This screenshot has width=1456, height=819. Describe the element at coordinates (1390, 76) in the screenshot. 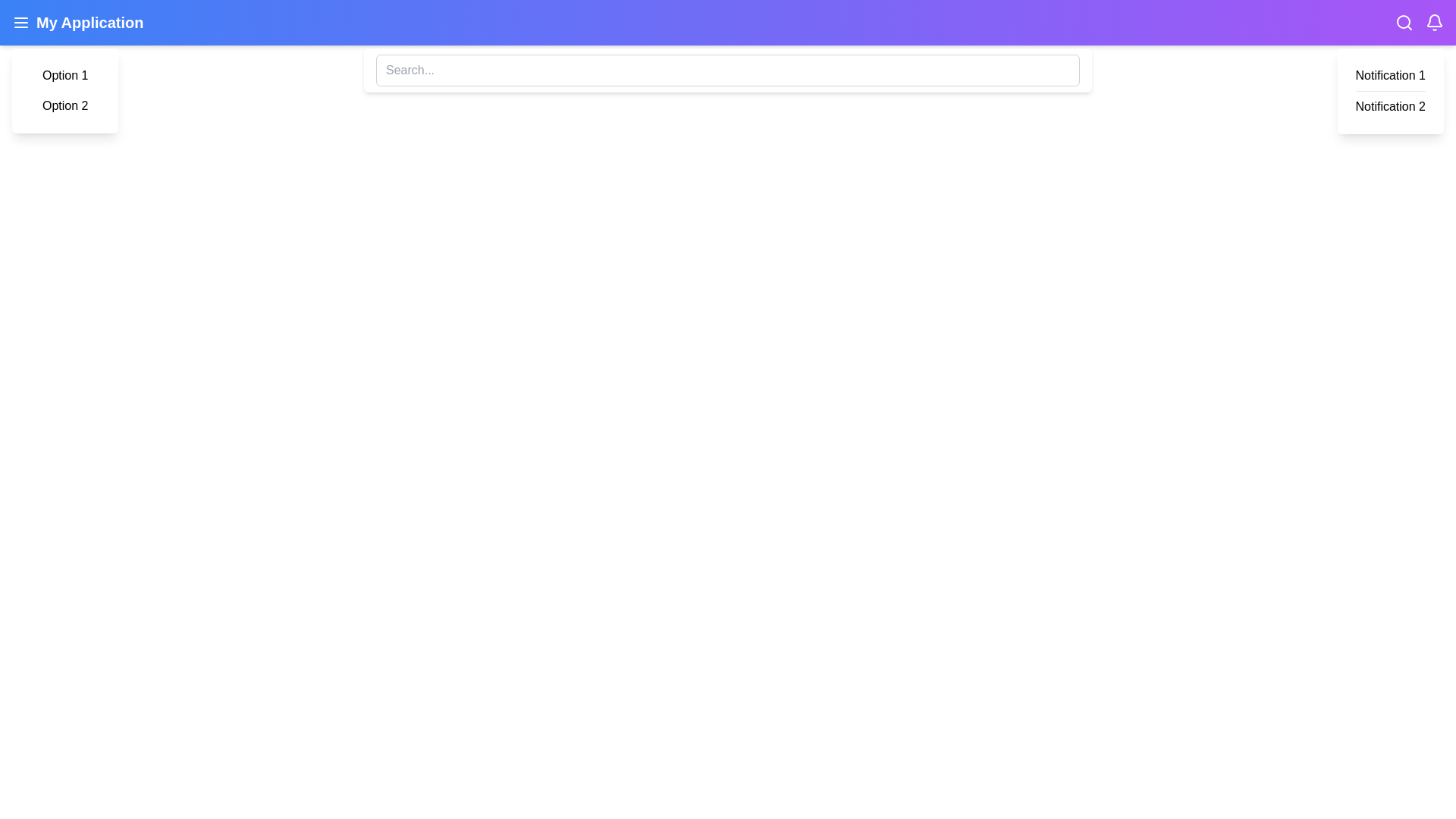

I see `the text label displaying 'Notification 1', which is styled with a simple sans-serif font and is positioned at the top of a vertical stack of notification labels in the top-right corner of the interface` at that location.